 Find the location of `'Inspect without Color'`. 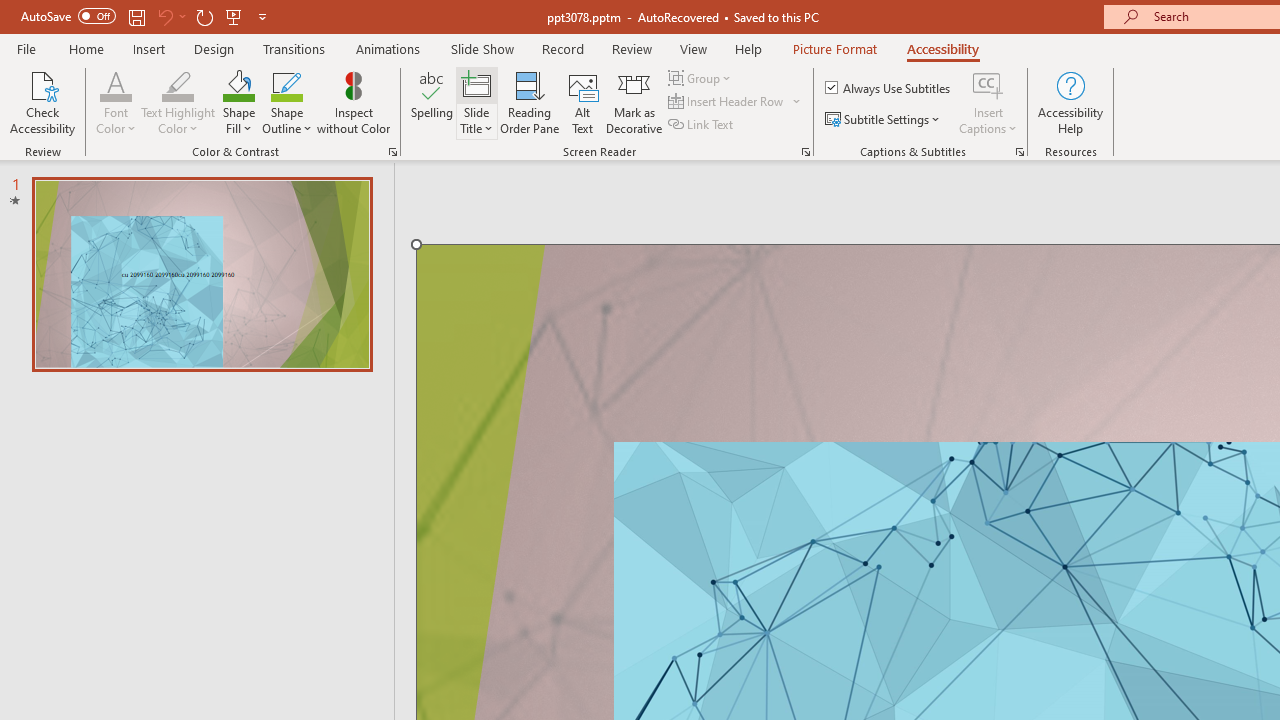

'Inspect without Color' is located at coordinates (353, 103).